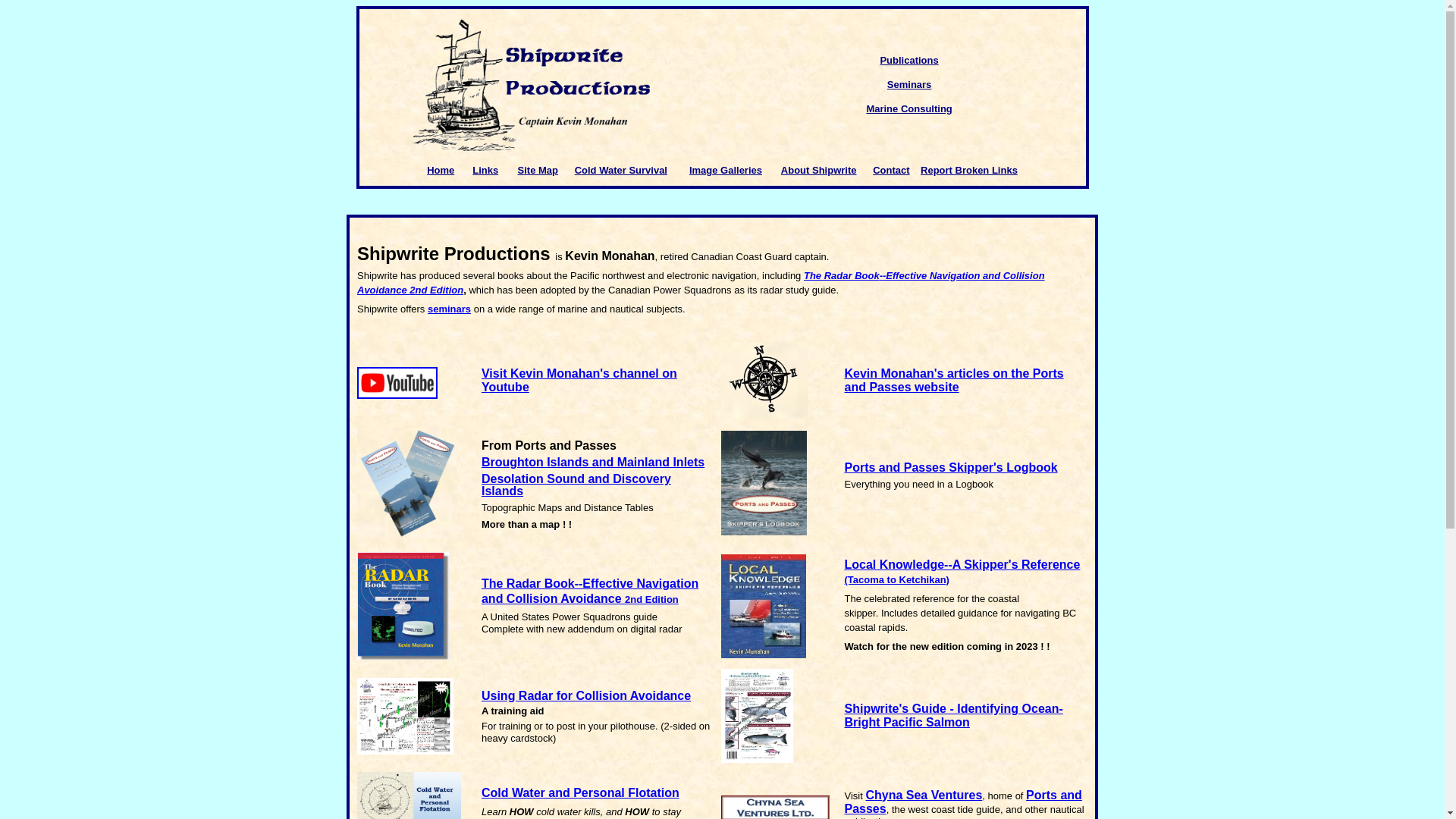 The image size is (1456, 819). Describe the element at coordinates (968, 170) in the screenshot. I see `'Report Broken Links'` at that location.